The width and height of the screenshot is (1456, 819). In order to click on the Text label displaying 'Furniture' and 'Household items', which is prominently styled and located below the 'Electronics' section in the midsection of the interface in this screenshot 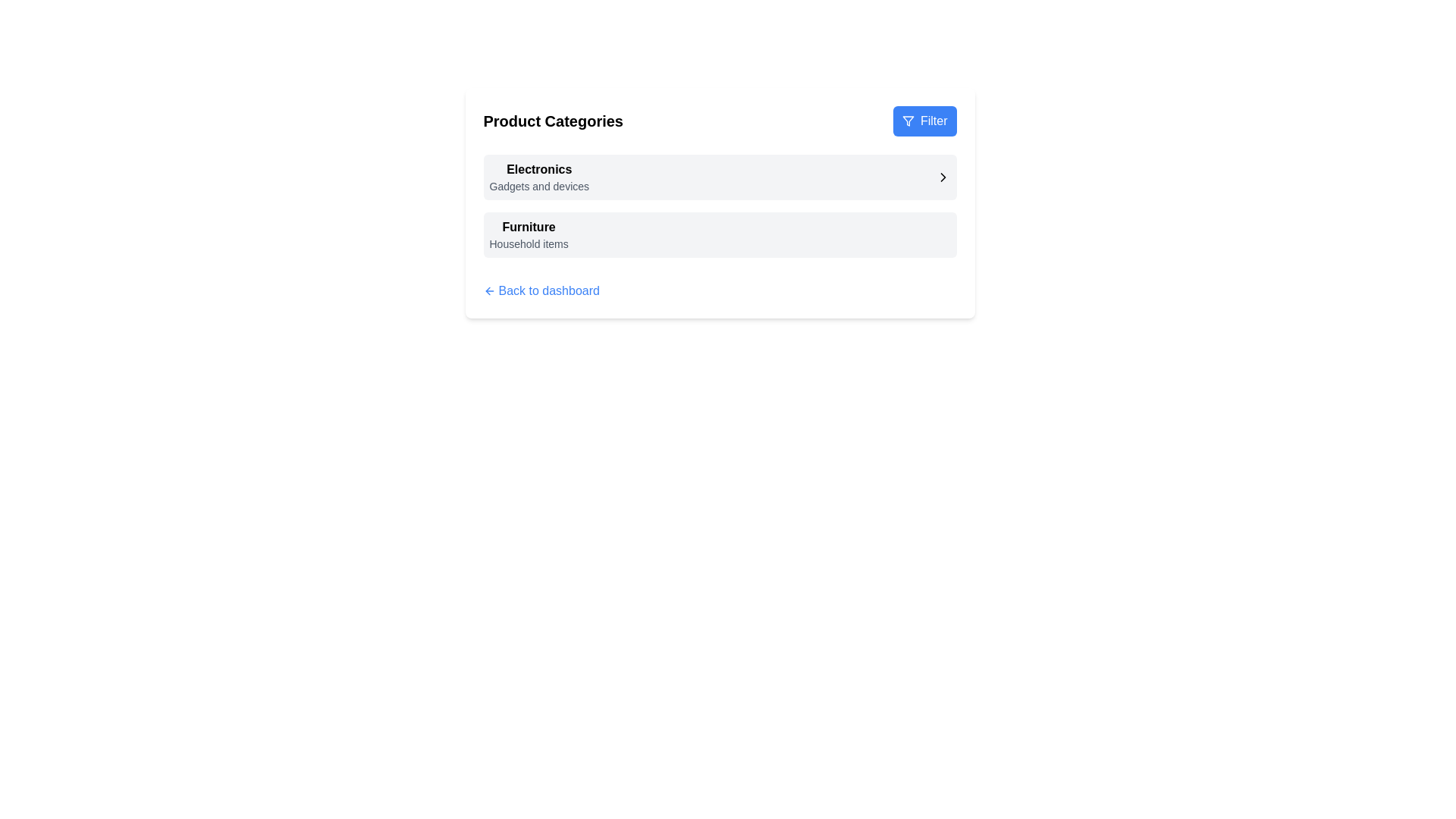, I will do `click(529, 234)`.